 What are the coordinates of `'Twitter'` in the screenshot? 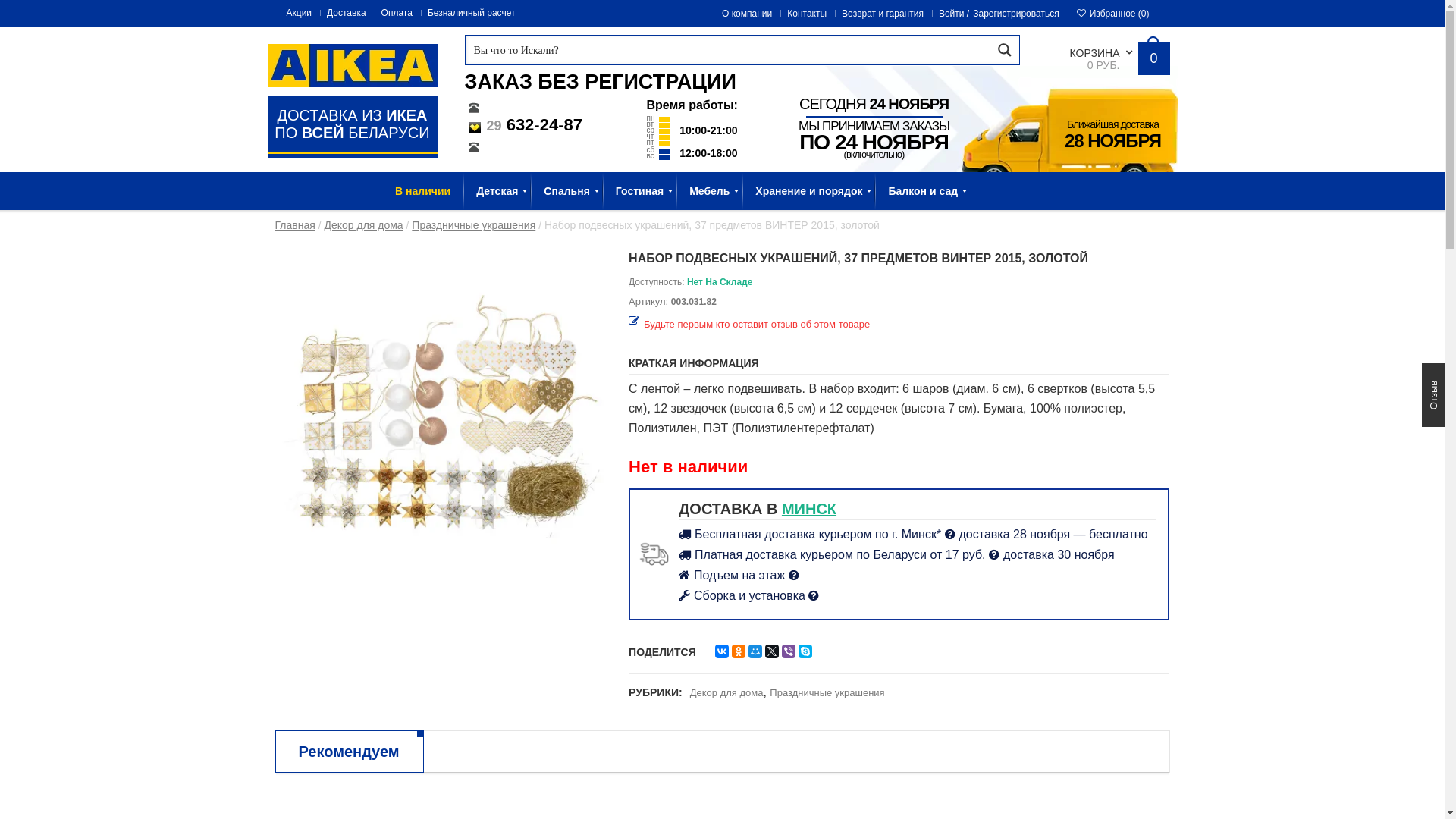 It's located at (771, 651).